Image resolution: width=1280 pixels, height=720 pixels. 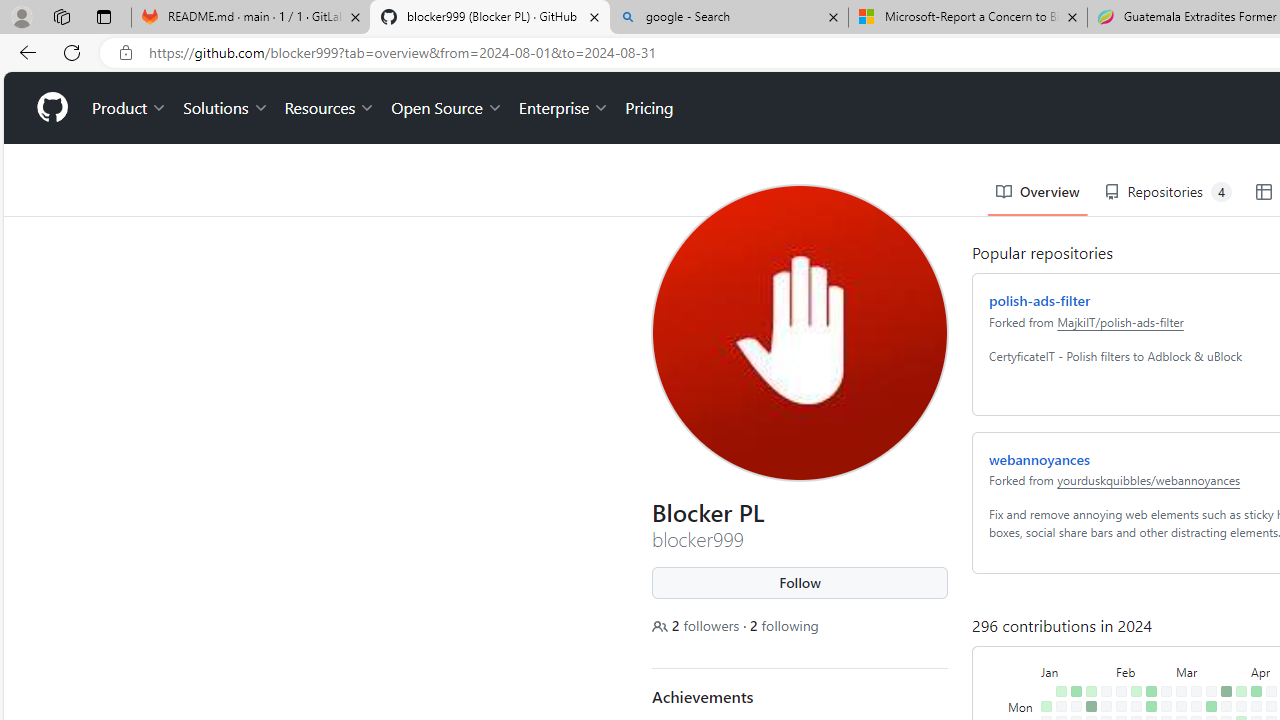 What do you see at coordinates (1177, 664) in the screenshot?
I see `'No contributions on March 6th.'` at bounding box center [1177, 664].